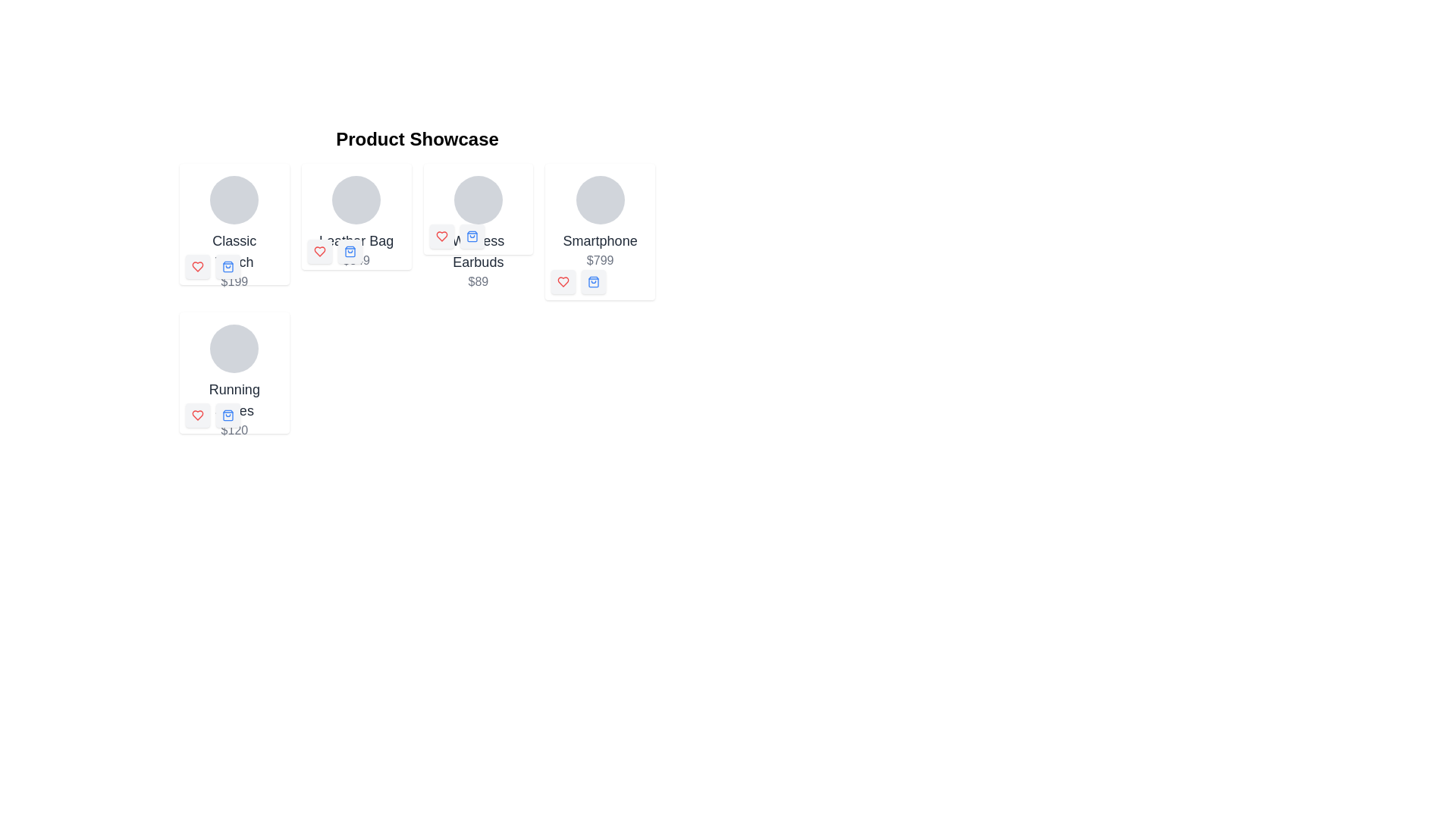 The image size is (1456, 819). I want to click on the heart icon located at the bottom-left of the product card labeled 'Wireless Earbuds $89', so click(441, 237).